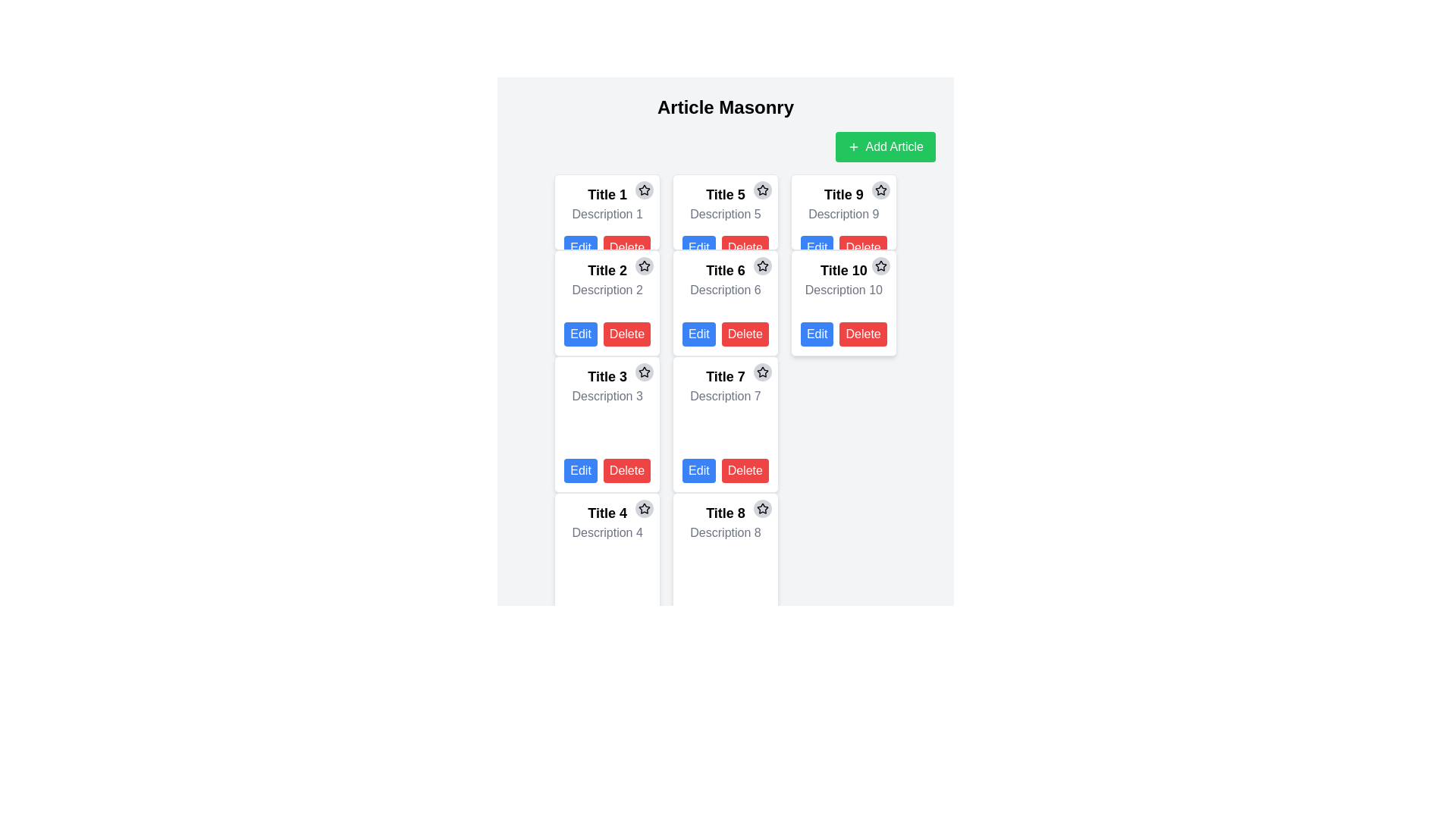 The height and width of the screenshot is (819, 1456). I want to click on the Text Label that serves as the title for the associated card, located at the topmost position within the card component, so click(607, 194).